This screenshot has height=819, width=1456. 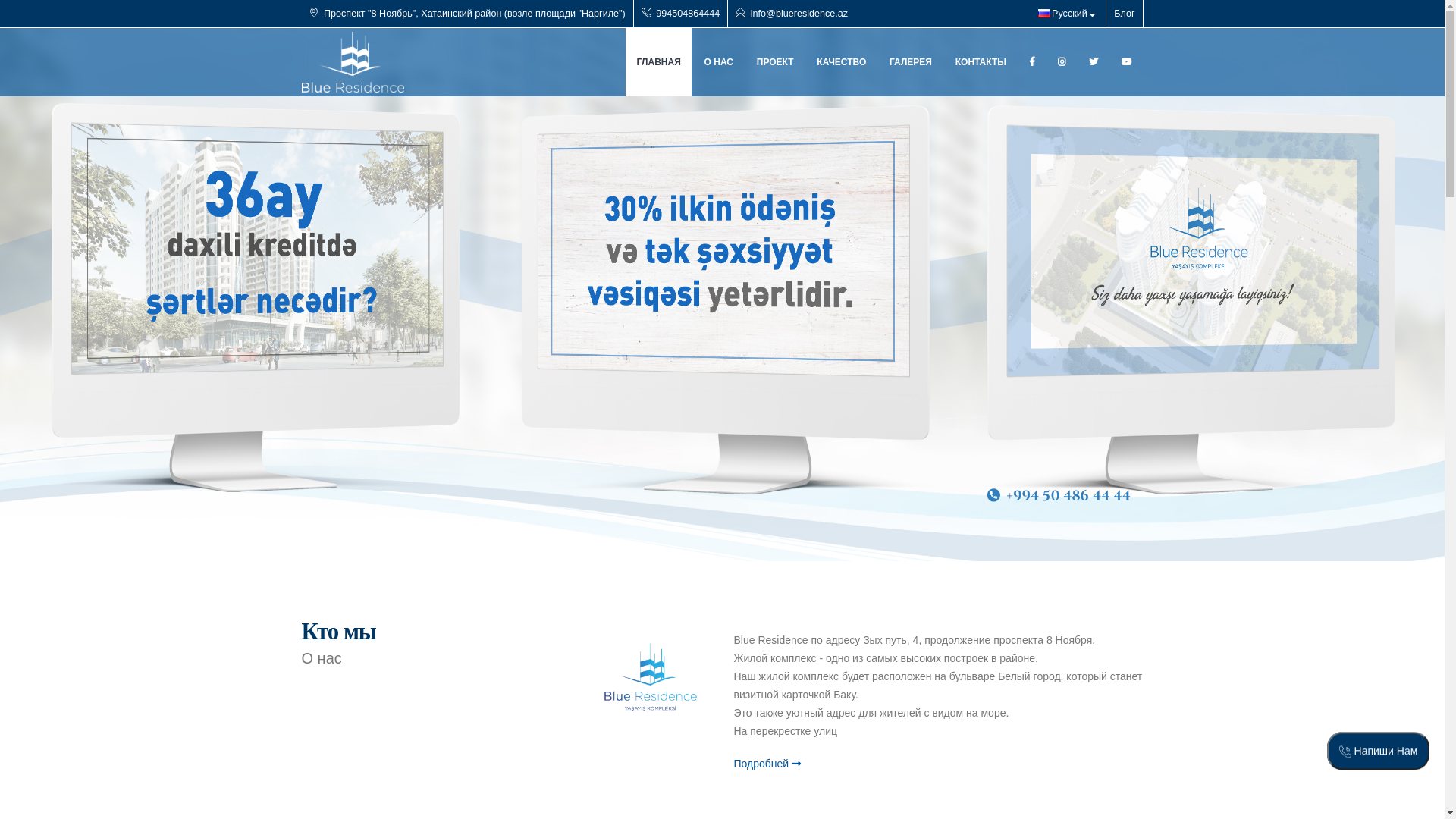 What do you see at coordinates (1061, 61) in the screenshot?
I see `'Instagram'` at bounding box center [1061, 61].